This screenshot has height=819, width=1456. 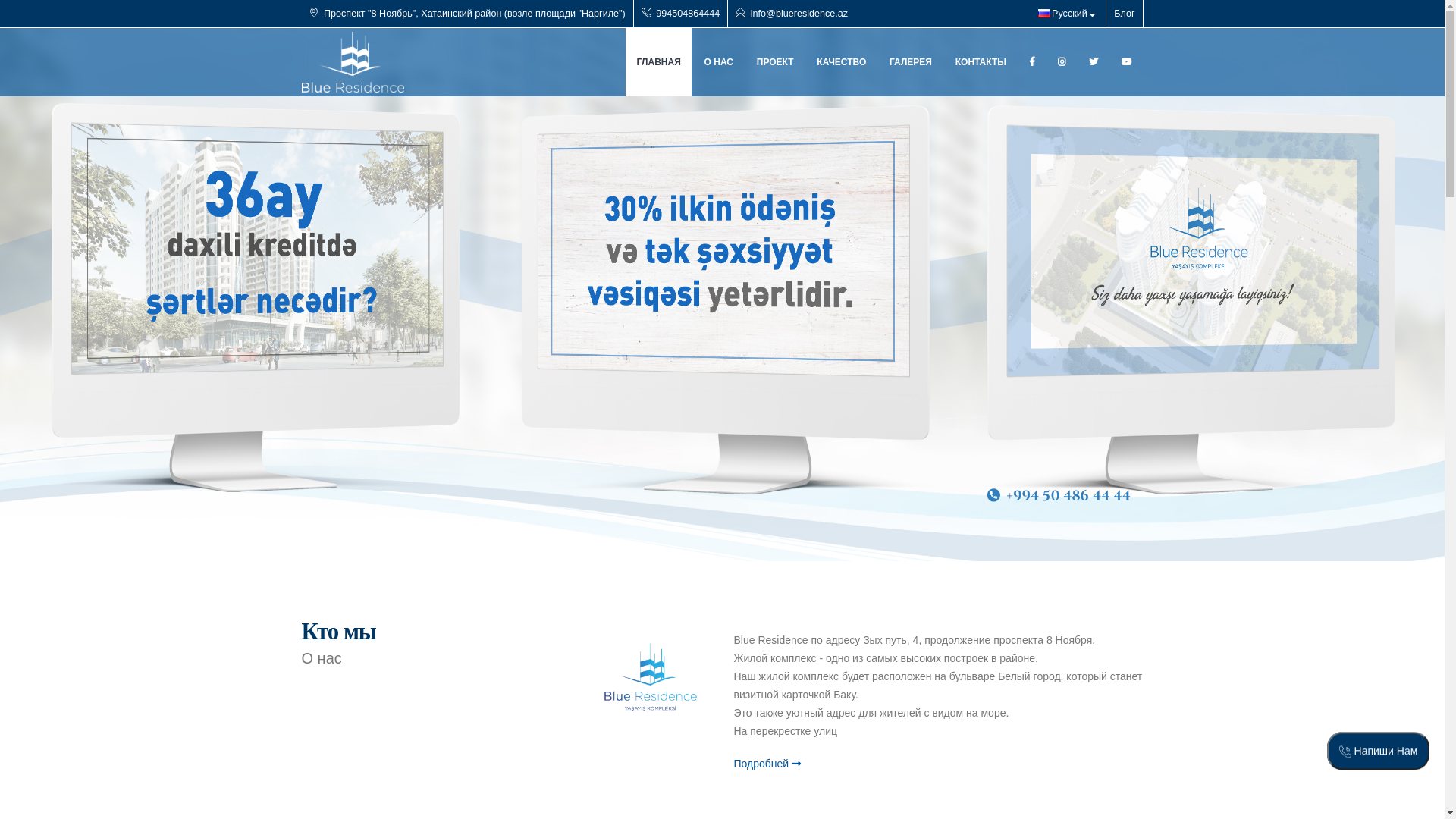 What do you see at coordinates (1061, 61) in the screenshot?
I see `'Instagram'` at bounding box center [1061, 61].